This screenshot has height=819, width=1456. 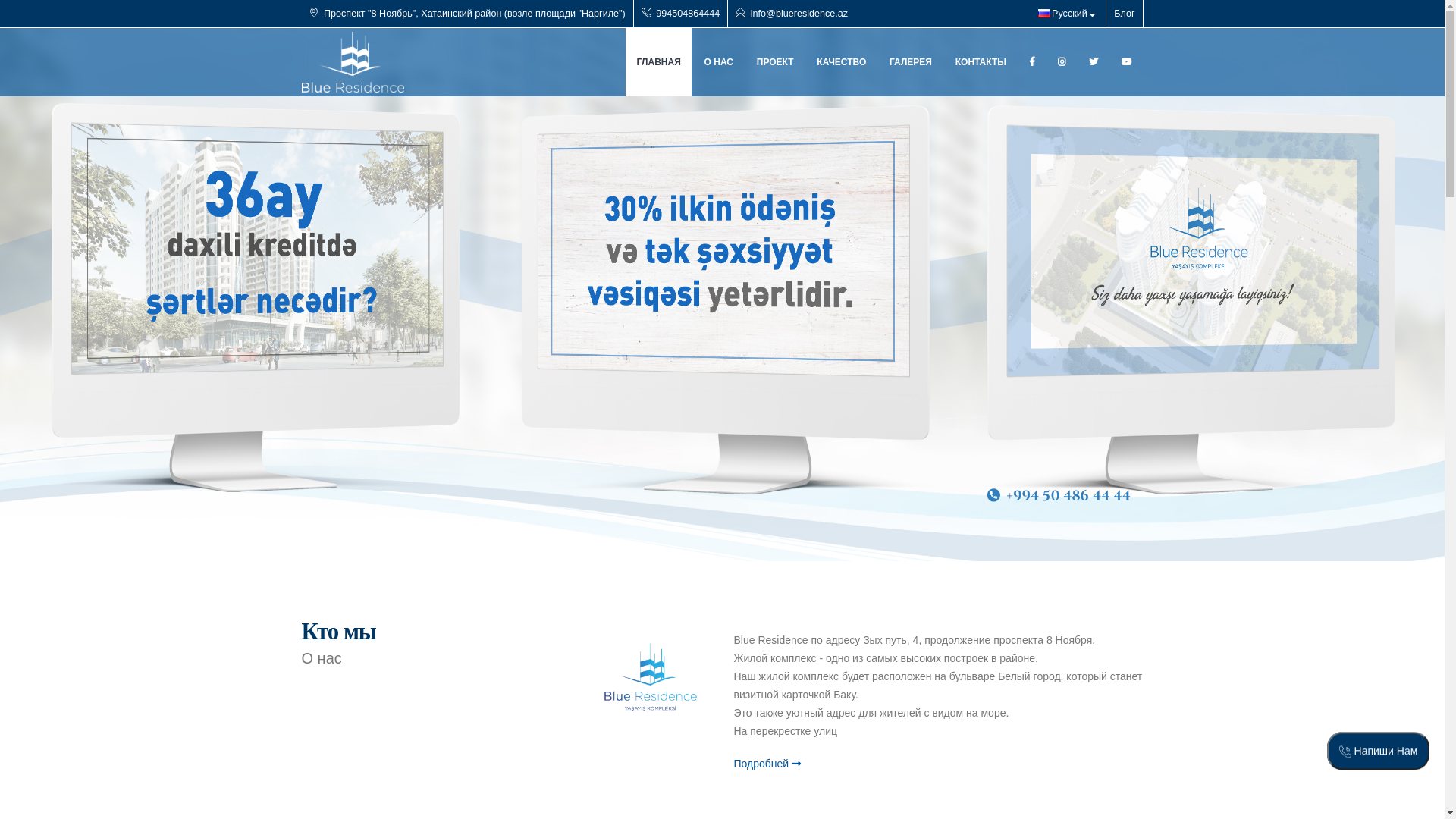 What do you see at coordinates (1061, 61) in the screenshot?
I see `'Instagram'` at bounding box center [1061, 61].